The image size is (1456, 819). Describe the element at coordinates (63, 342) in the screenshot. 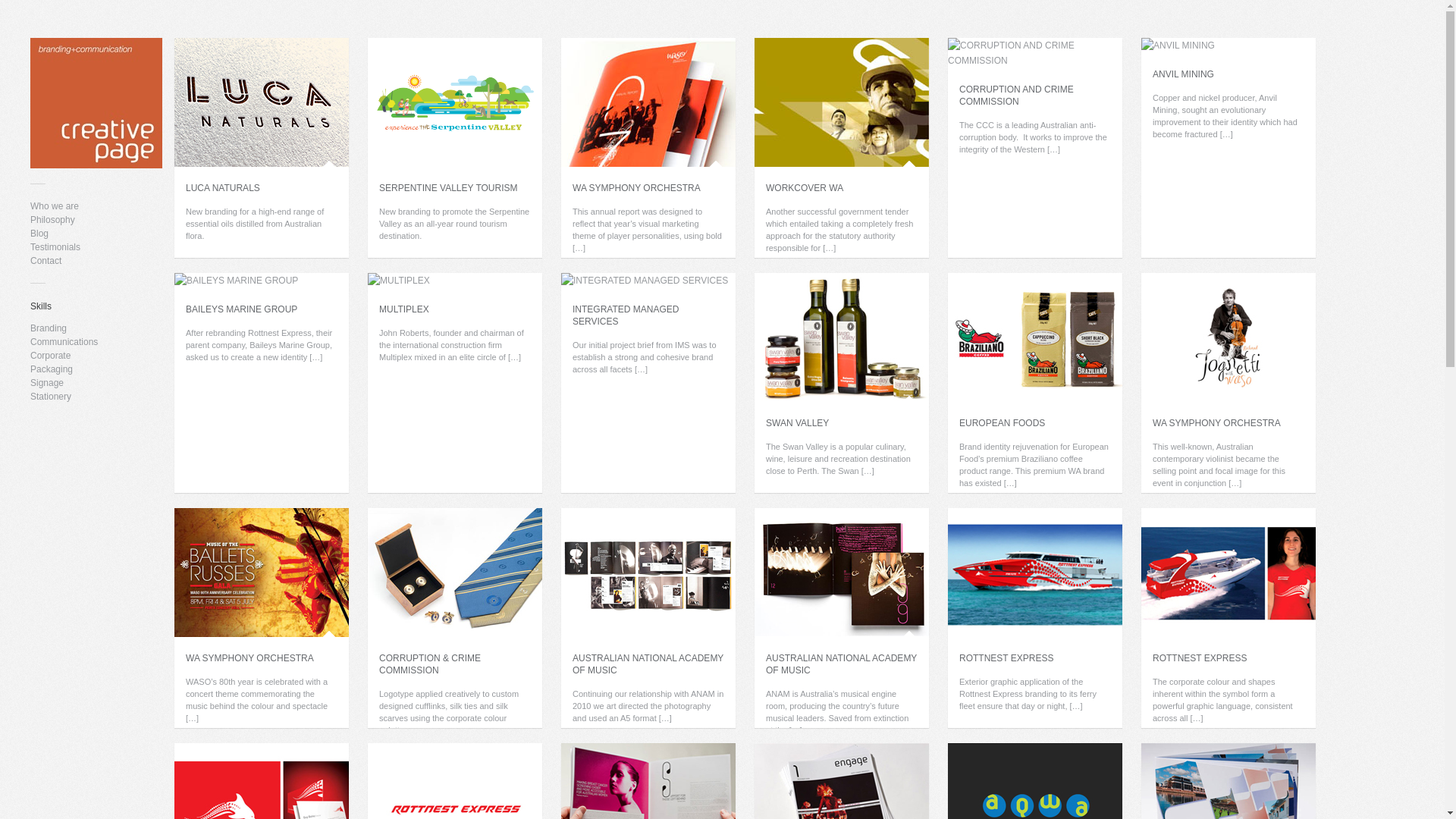

I see `'Communications'` at that location.